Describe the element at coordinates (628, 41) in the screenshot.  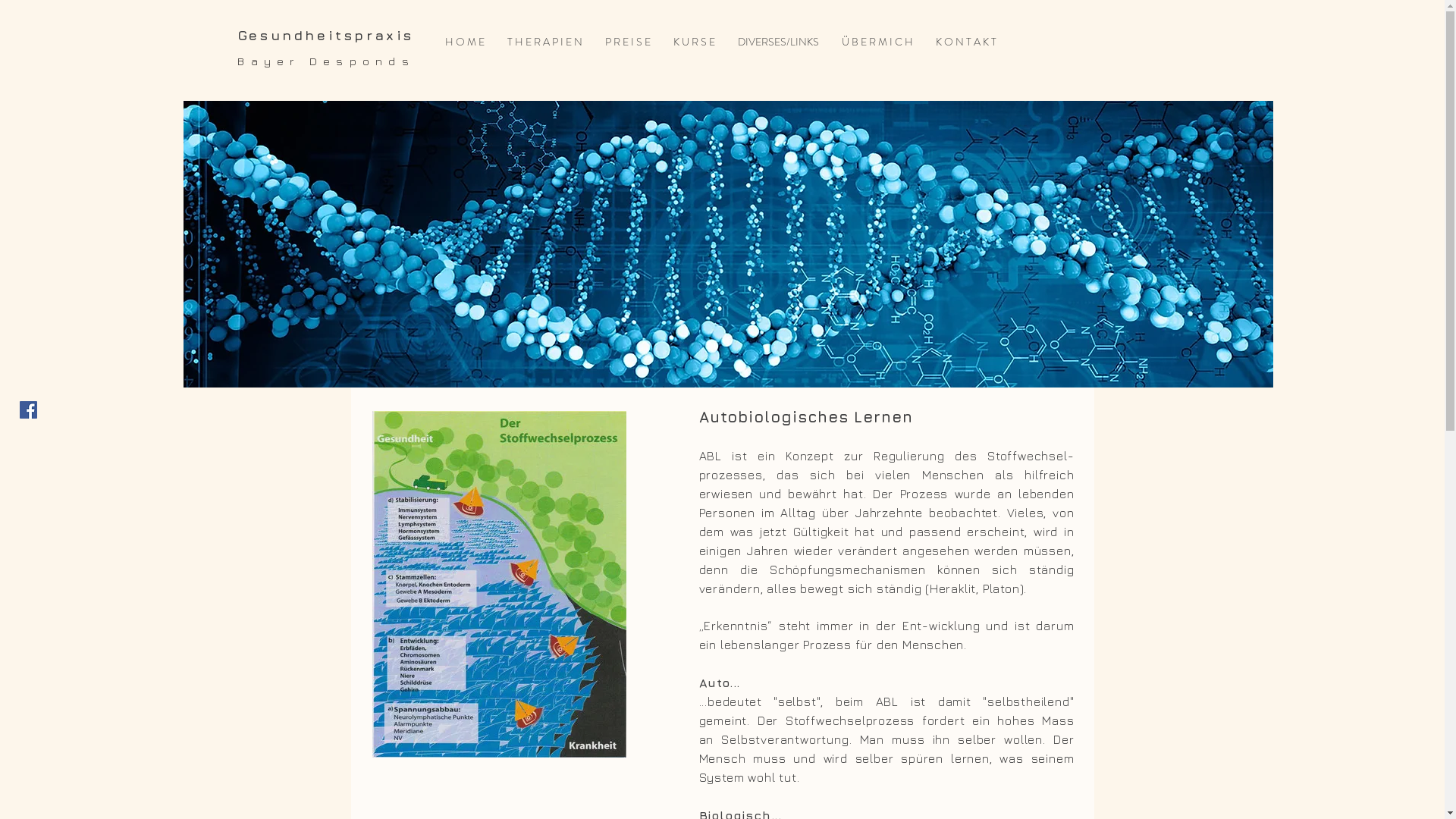
I see `'P R E I S E'` at that location.